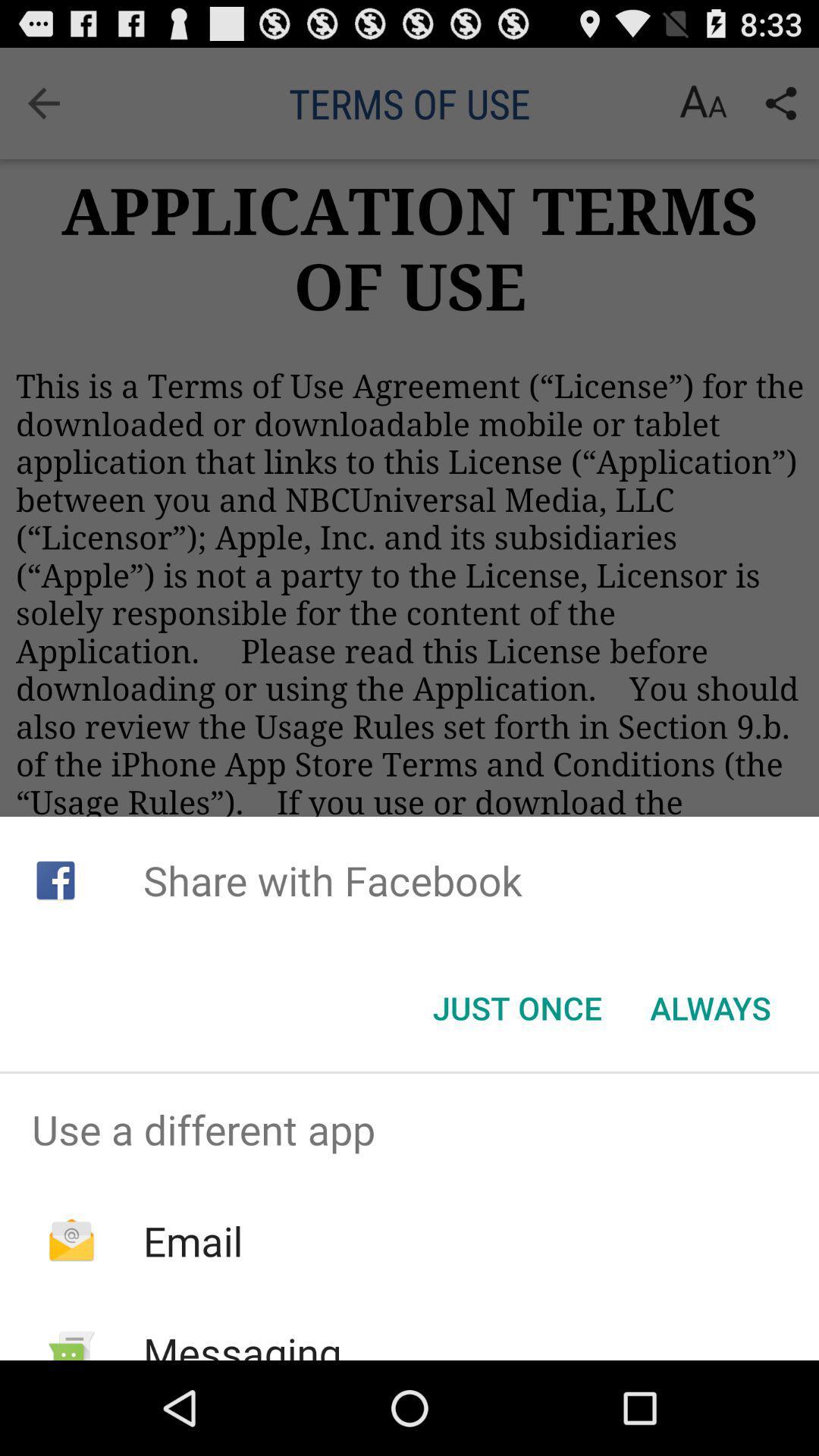 The height and width of the screenshot is (1456, 819). What do you see at coordinates (711, 1008) in the screenshot?
I see `icon at the bottom right corner` at bounding box center [711, 1008].